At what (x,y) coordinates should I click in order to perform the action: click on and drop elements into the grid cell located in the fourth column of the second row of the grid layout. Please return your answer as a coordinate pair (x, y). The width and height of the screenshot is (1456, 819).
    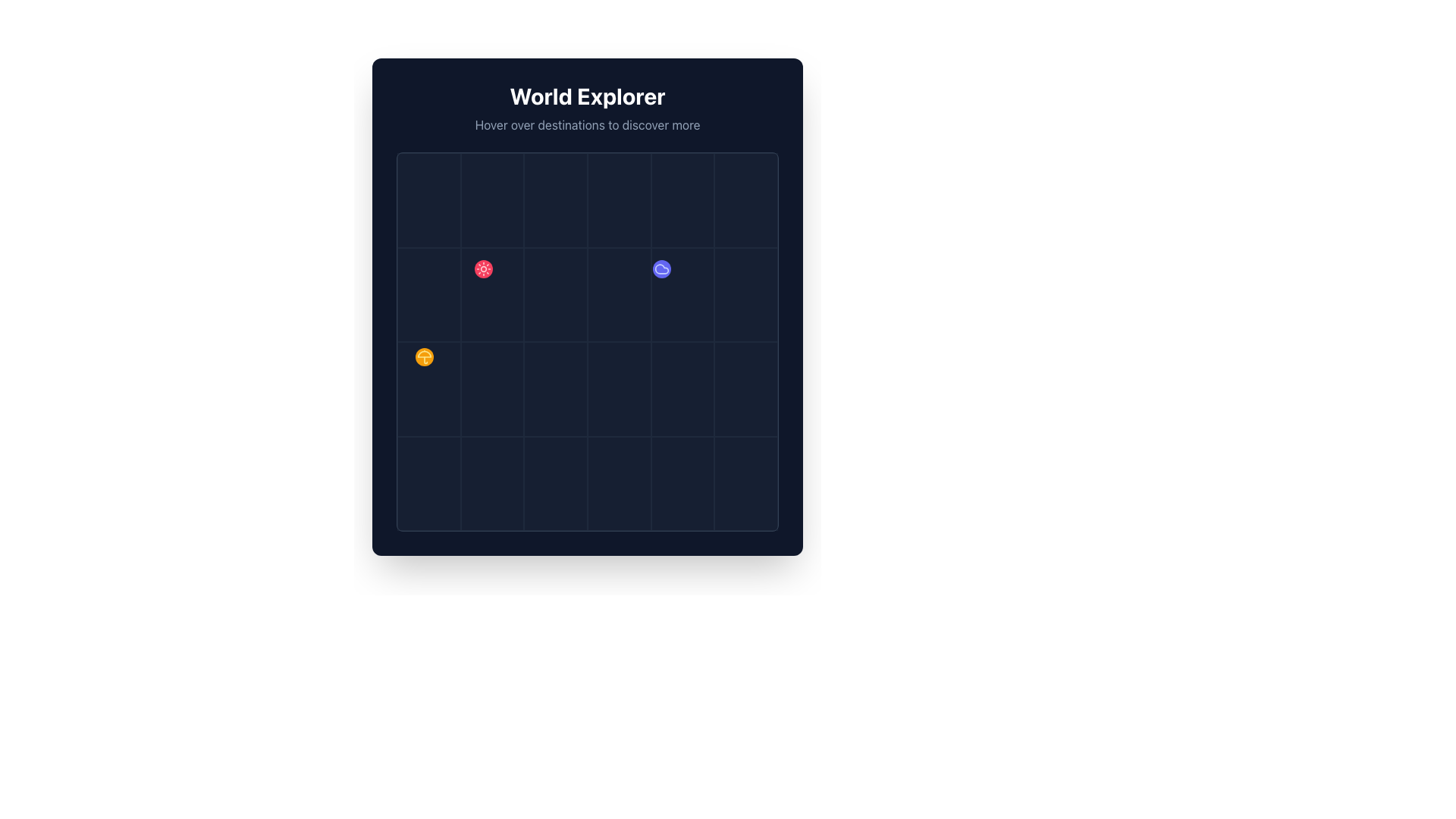
    Looking at the image, I should click on (619, 294).